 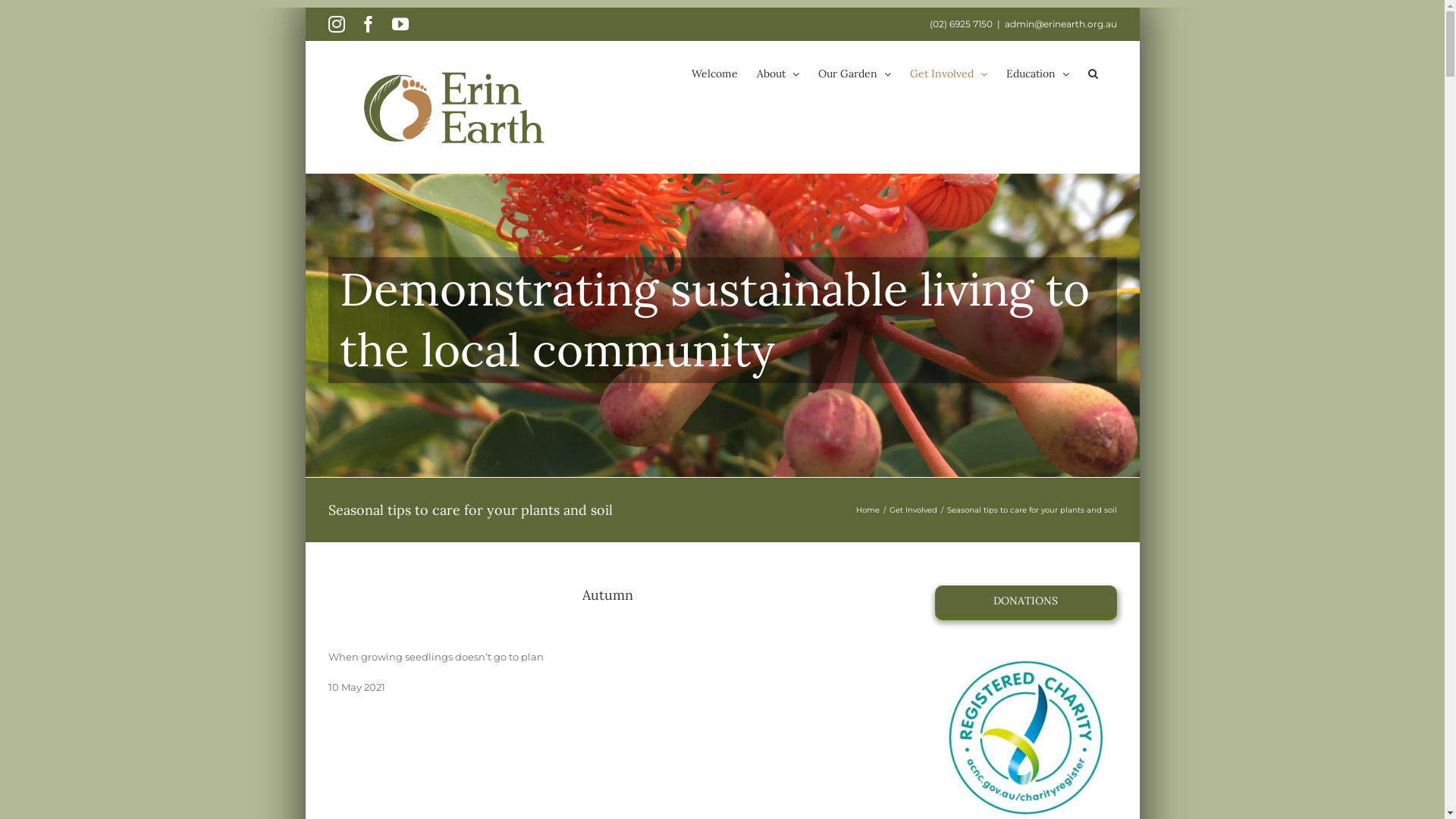 I want to click on 'Education', so click(x=1036, y=73).